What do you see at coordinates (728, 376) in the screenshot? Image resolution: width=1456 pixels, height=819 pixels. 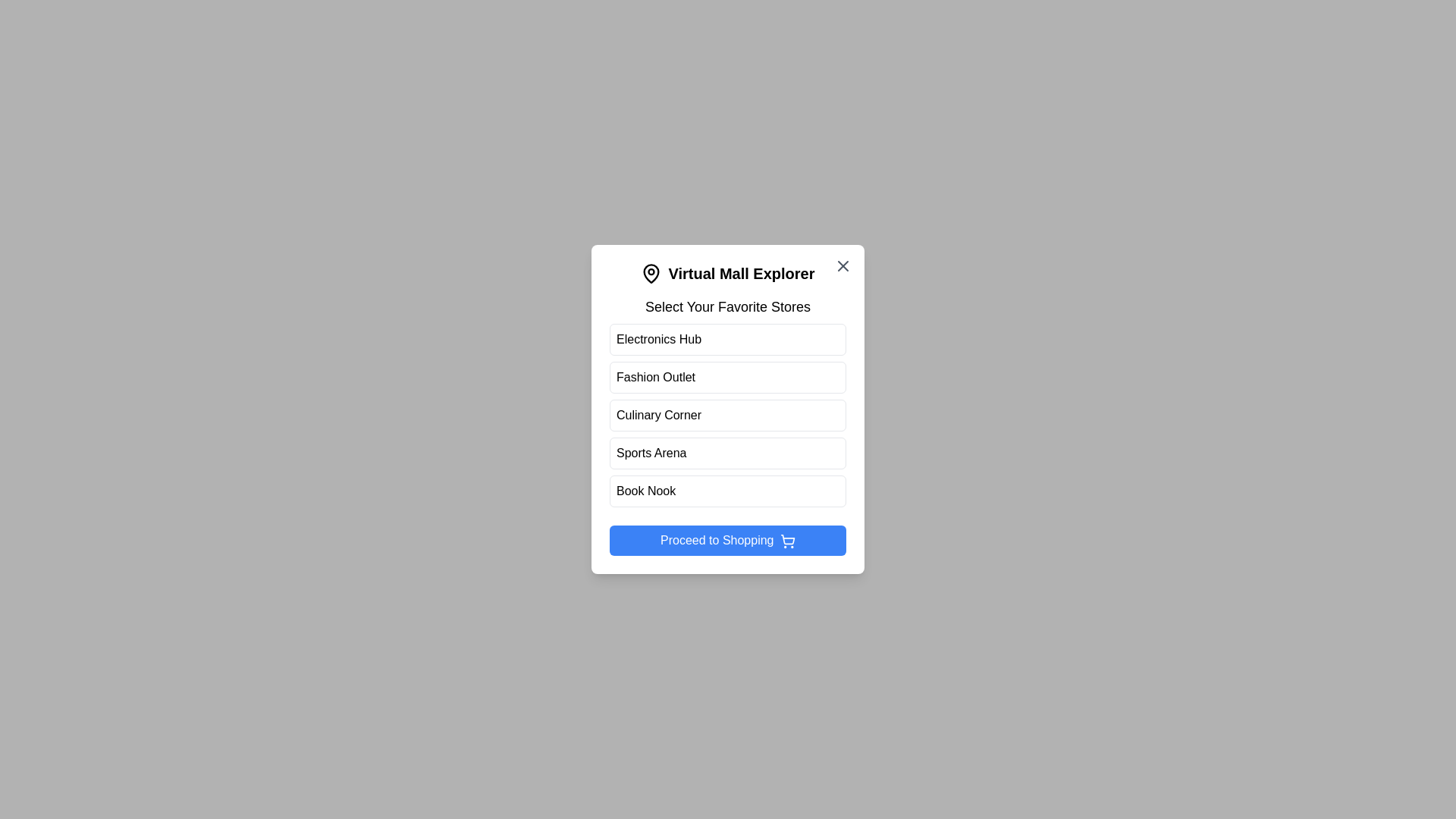 I see `the 'Fashion Outlet' option in the list of preferred stores` at bounding box center [728, 376].